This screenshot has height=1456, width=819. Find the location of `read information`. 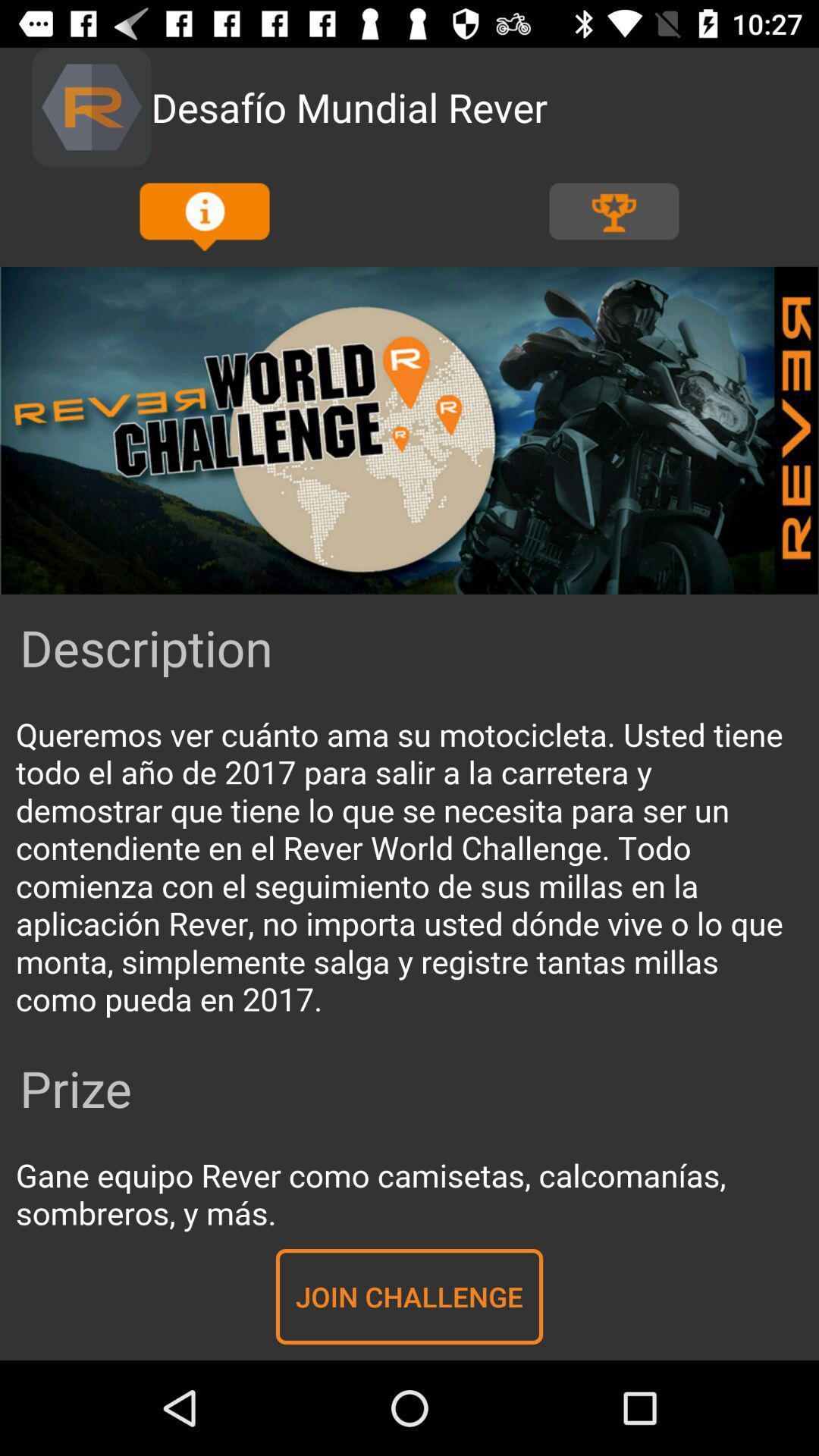

read information is located at coordinates (409, 868).